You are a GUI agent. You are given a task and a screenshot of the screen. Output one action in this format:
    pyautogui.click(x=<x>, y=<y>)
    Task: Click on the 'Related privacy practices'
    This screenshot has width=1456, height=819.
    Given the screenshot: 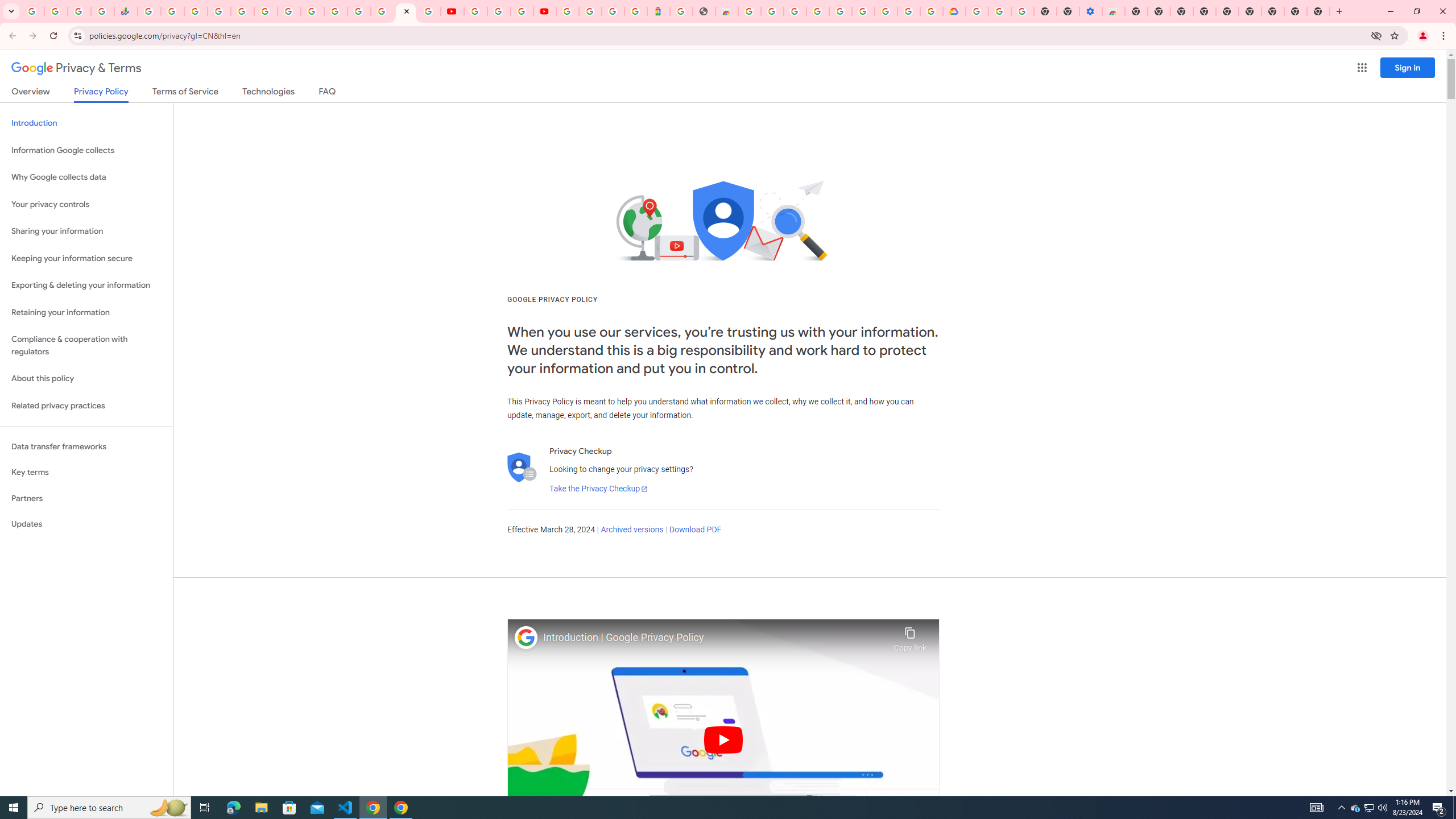 What is the action you would take?
    pyautogui.click(x=86, y=405)
    